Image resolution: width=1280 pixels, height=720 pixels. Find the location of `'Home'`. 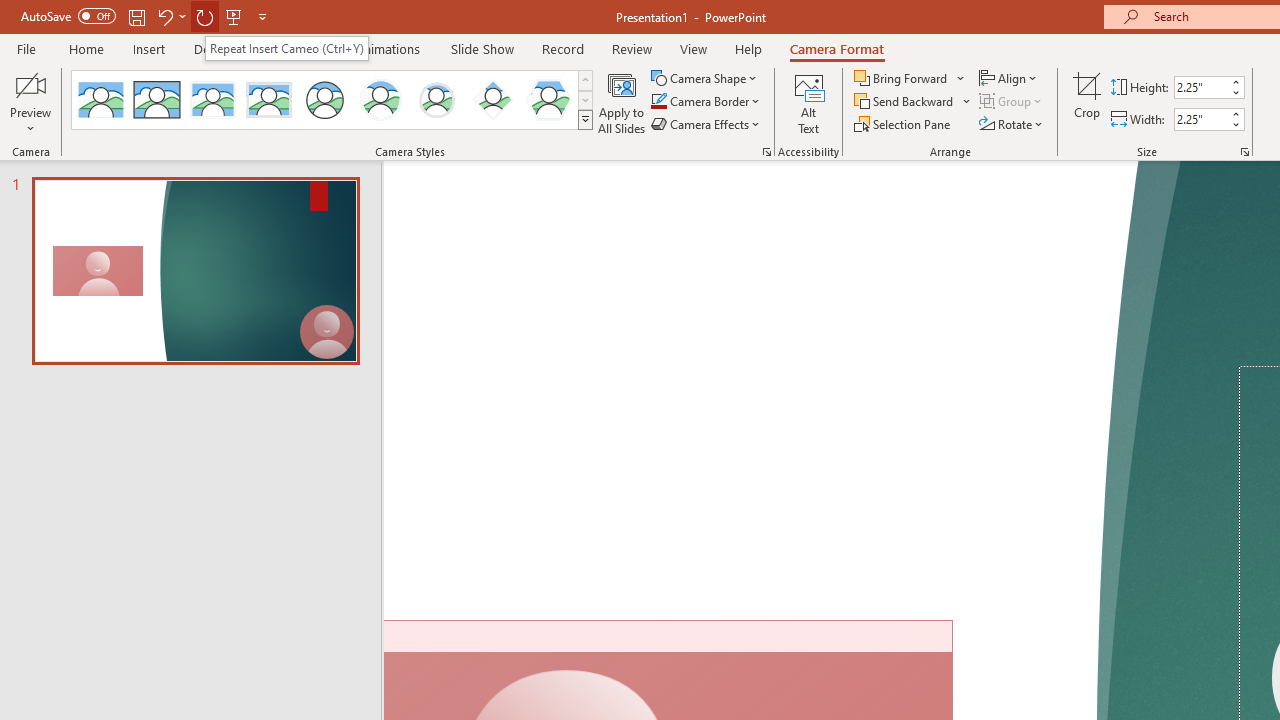

'Home' is located at coordinates (85, 48).